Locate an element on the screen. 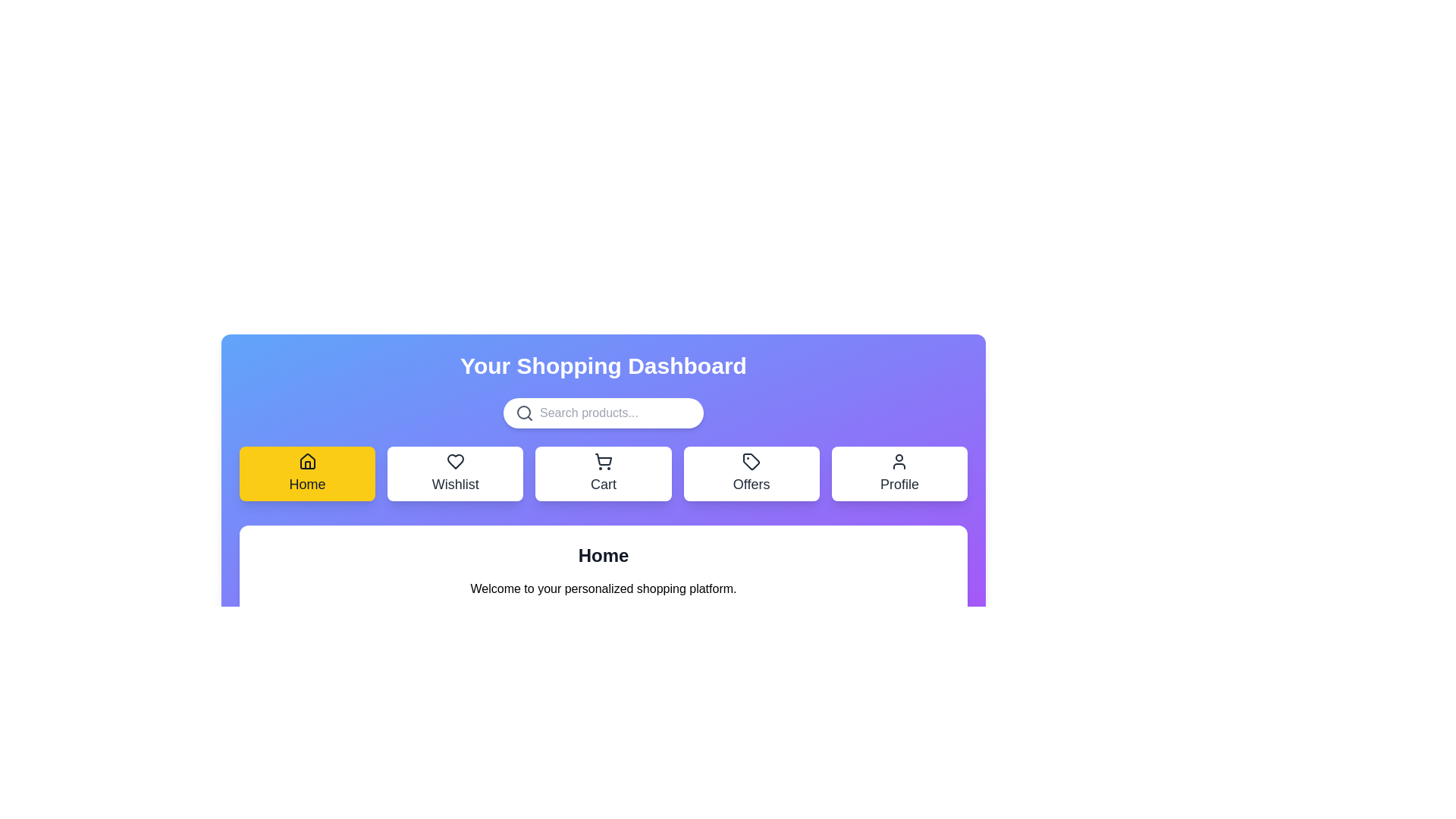  the 'Home' button, which features an icon representing the main page of the application, located in the horizontal navigation bar below the header is located at coordinates (306, 461).